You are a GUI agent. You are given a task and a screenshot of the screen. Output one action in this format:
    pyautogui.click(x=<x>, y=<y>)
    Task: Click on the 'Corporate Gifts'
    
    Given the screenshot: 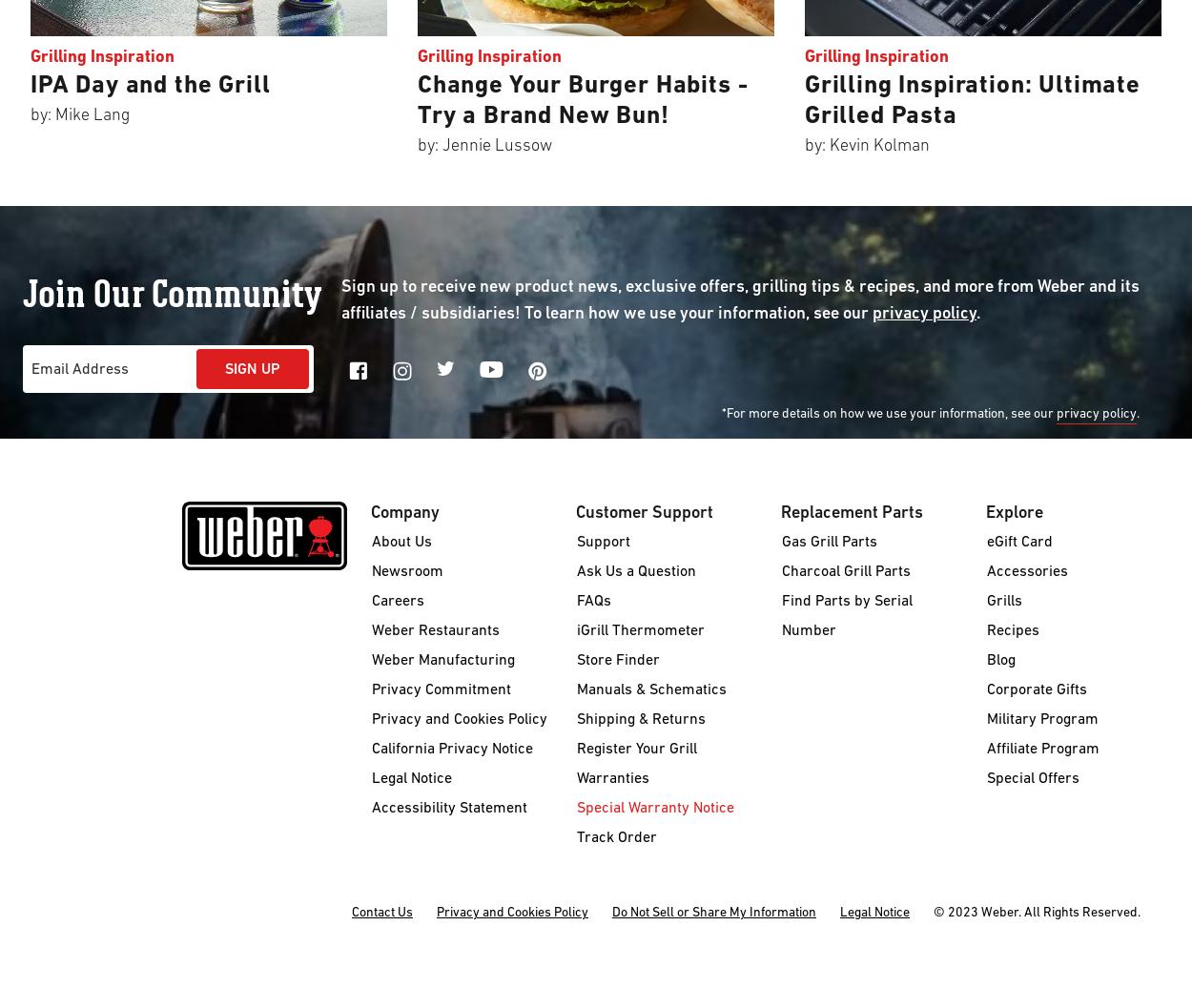 What is the action you would take?
    pyautogui.click(x=987, y=689)
    